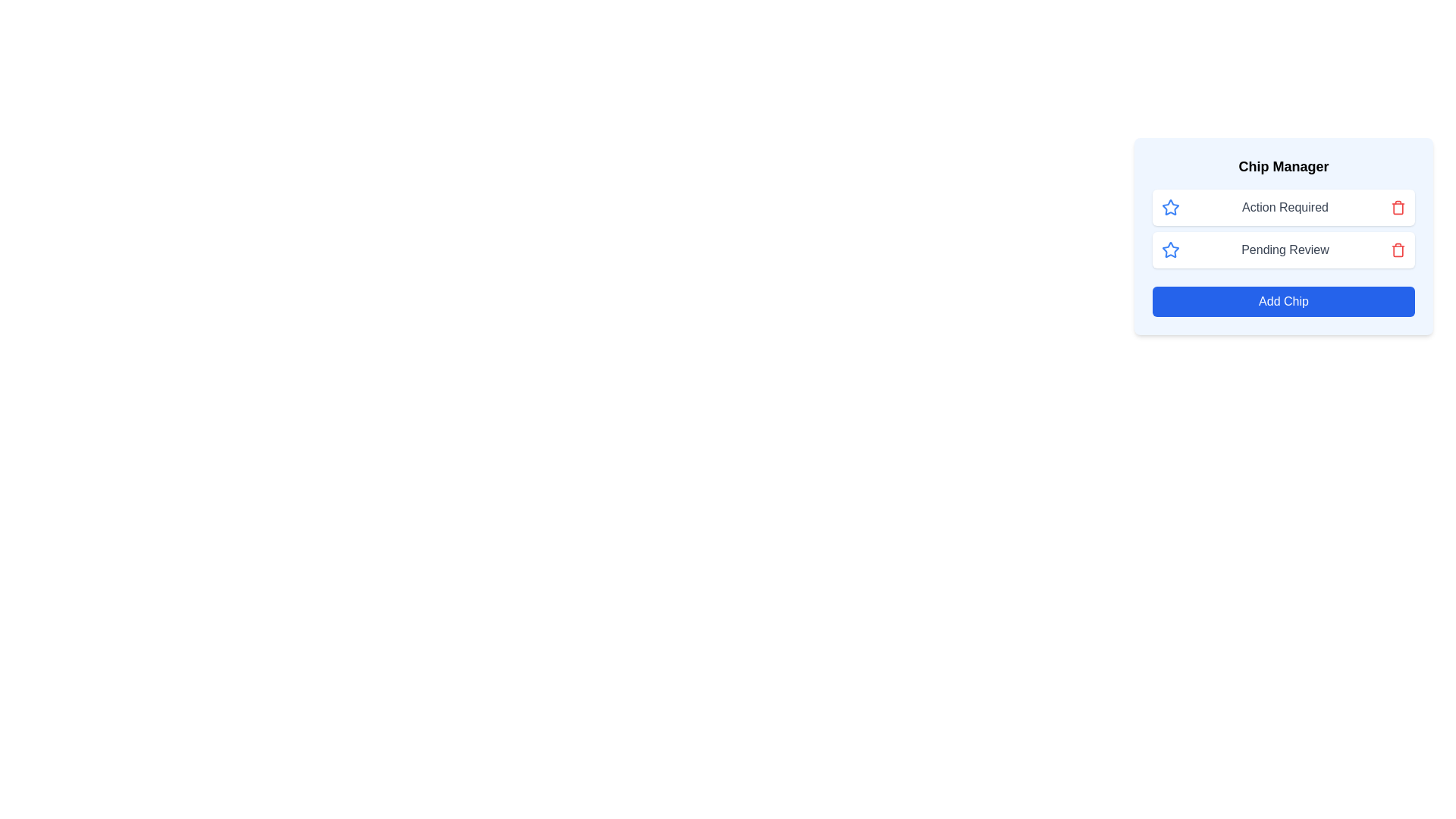  I want to click on the trash icon next to the chip labeled 'Action Required' to remove it, so click(1397, 207).